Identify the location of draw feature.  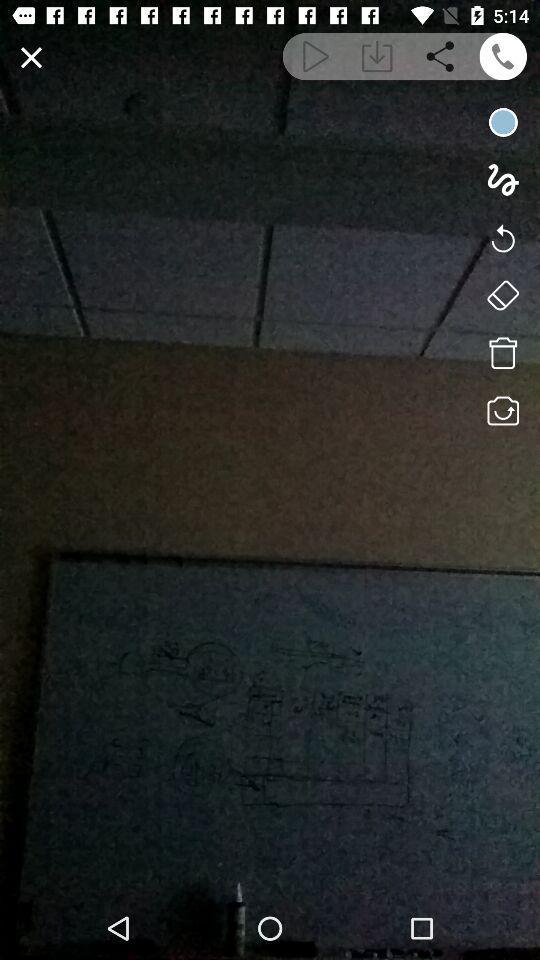
(502, 179).